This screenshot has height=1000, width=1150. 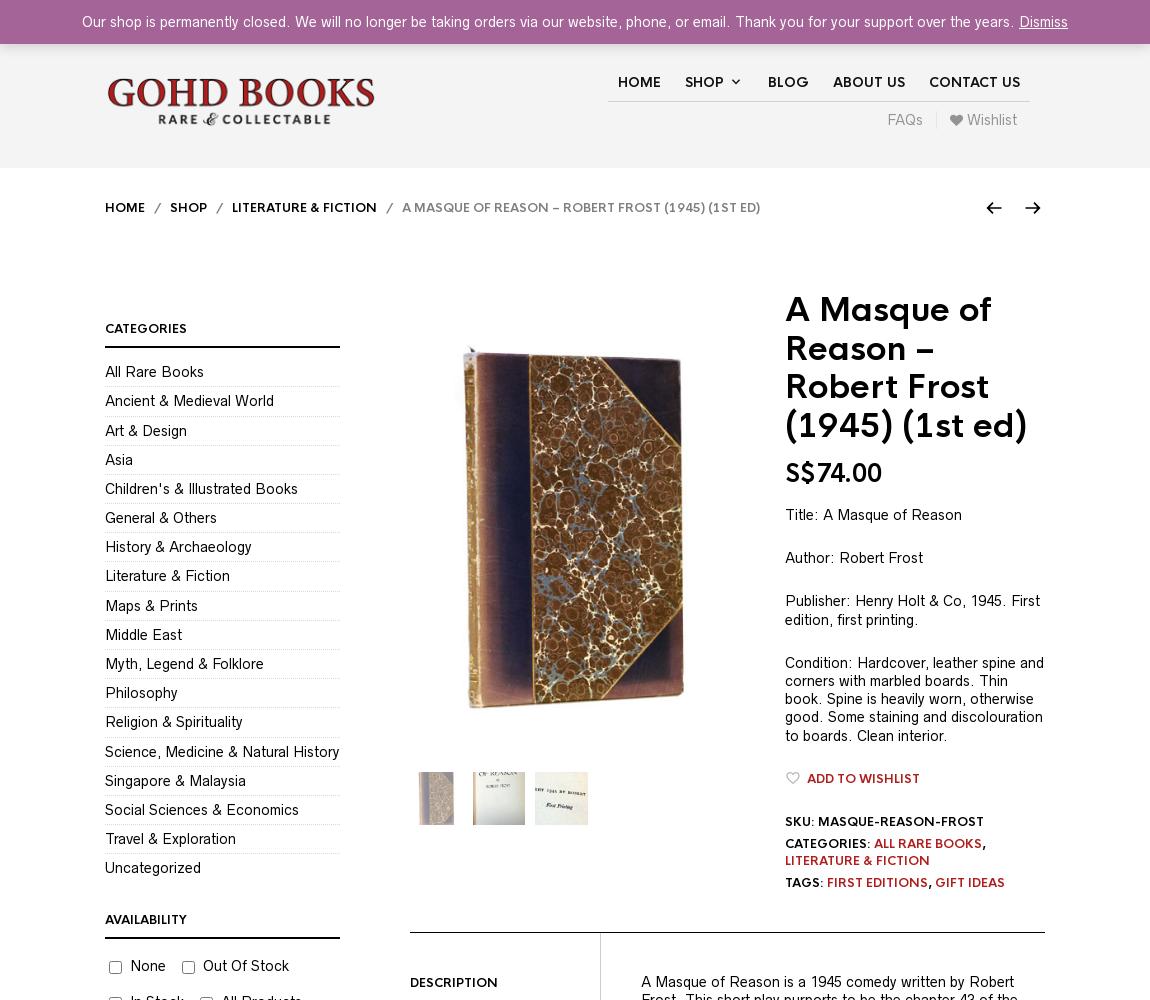 What do you see at coordinates (766, 81) in the screenshot?
I see `'Blog'` at bounding box center [766, 81].